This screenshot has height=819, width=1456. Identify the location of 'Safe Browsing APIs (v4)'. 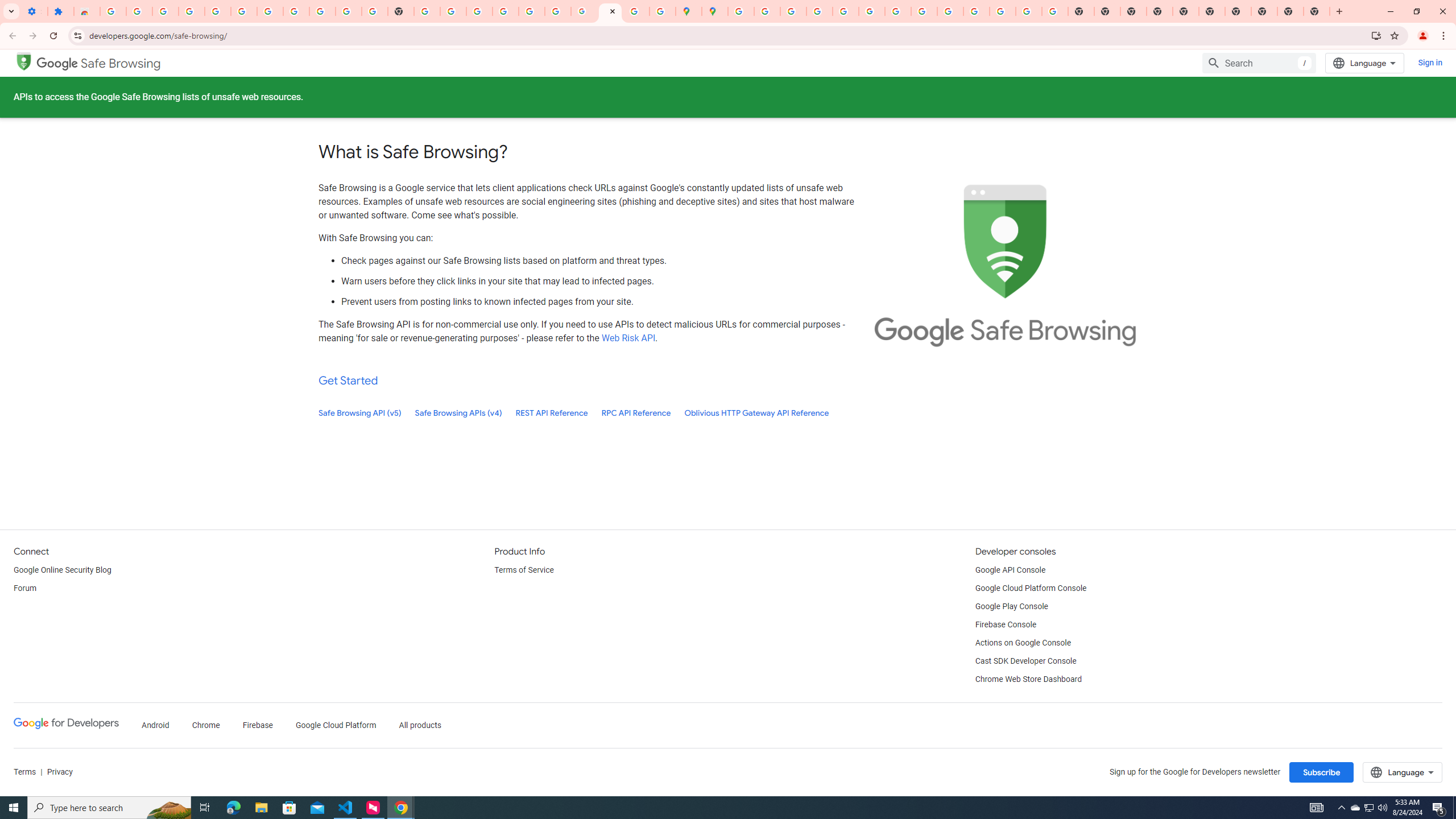
(458, 412).